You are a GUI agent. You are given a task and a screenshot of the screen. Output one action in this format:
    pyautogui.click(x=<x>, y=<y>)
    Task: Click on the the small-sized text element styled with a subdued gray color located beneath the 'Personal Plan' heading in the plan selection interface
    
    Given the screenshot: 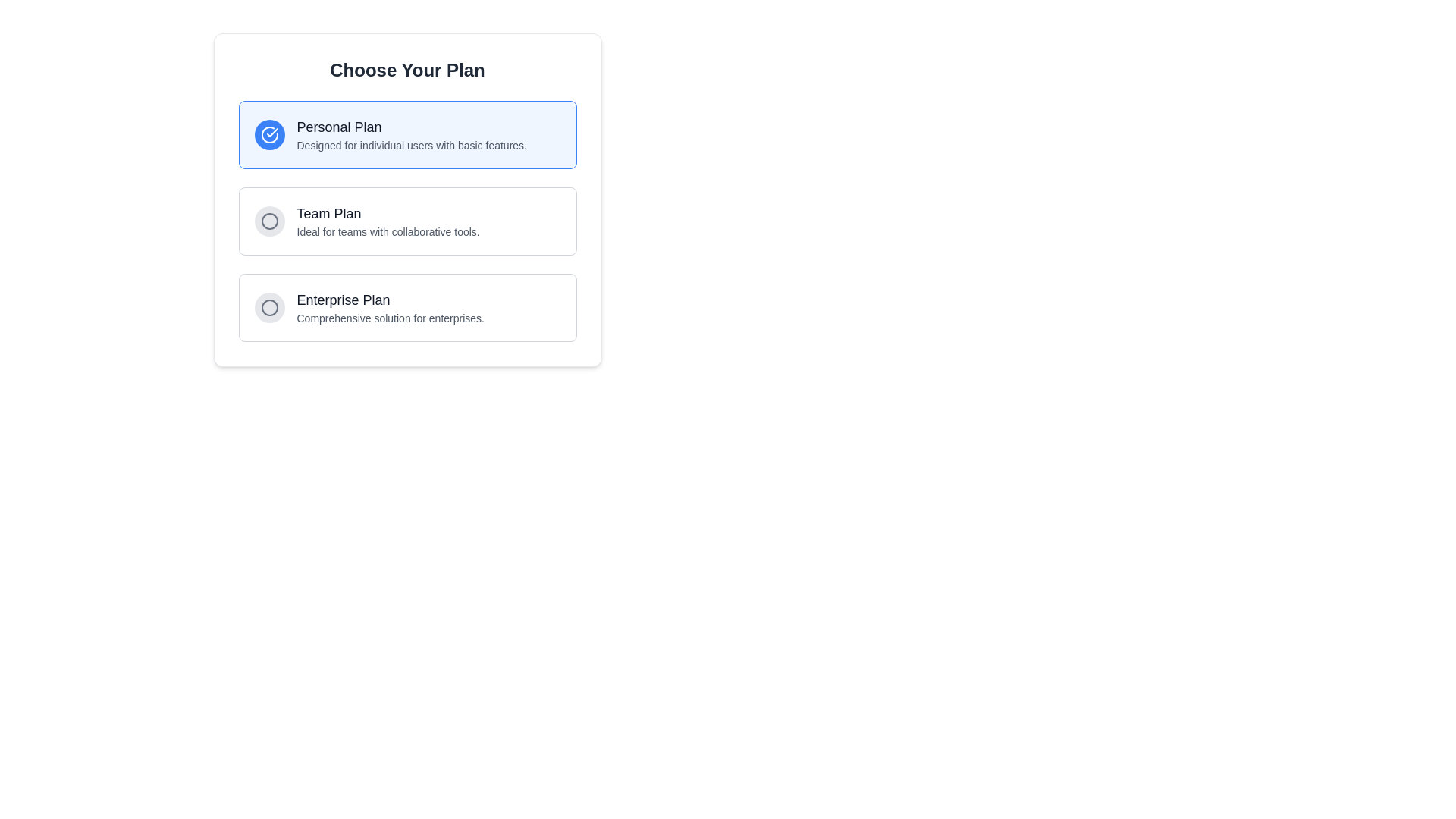 What is the action you would take?
    pyautogui.click(x=412, y=146)
    